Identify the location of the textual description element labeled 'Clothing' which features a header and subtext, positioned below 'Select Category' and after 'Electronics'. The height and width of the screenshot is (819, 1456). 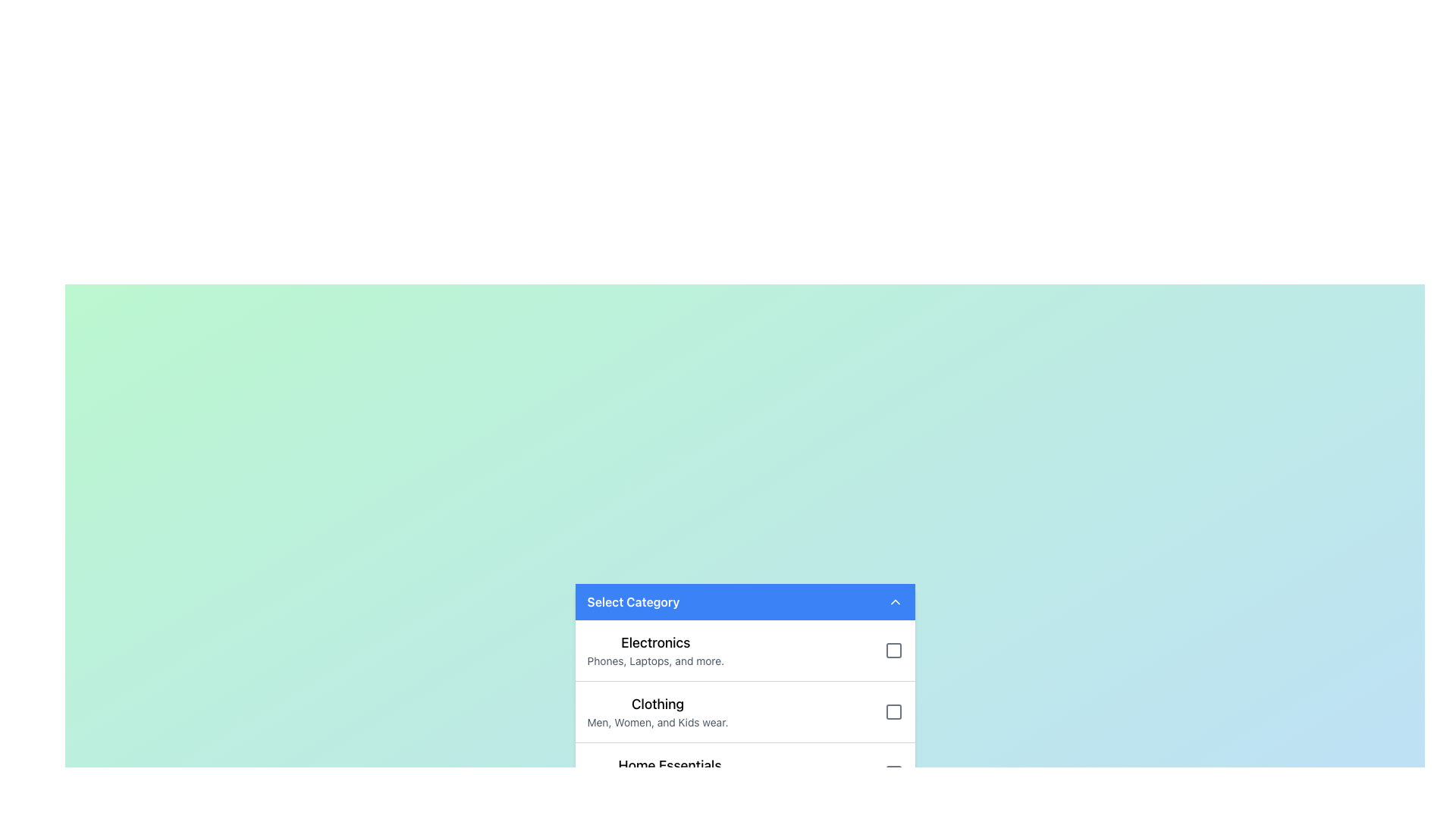
(657, 711).